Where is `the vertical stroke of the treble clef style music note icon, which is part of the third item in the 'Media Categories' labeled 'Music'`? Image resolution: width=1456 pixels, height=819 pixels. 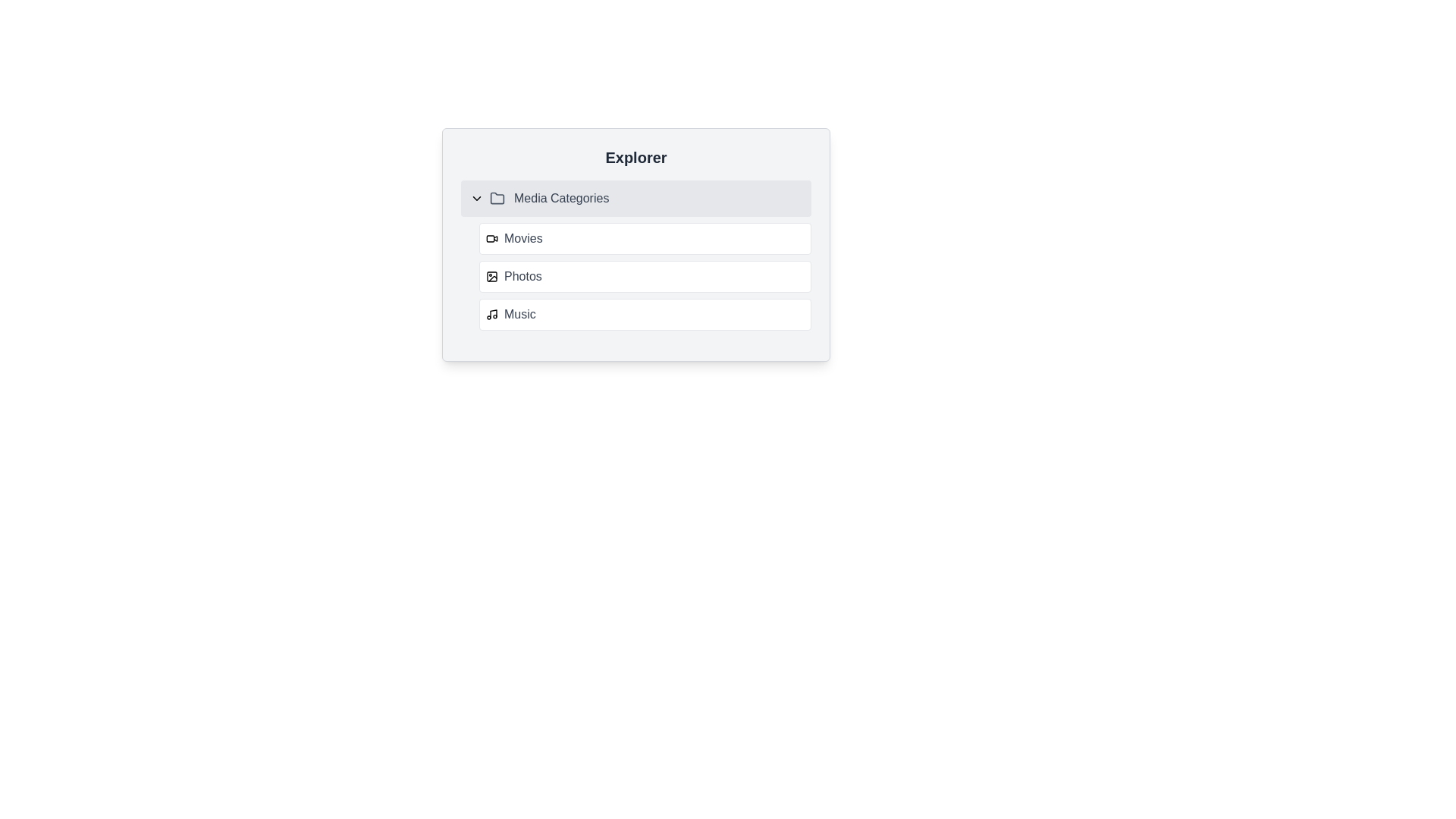 the vertical stroke of the treble clef style music note icon, which is part of the third item in the 'Media Categories' labeled 'Music' is located at coordinates (494, 312).